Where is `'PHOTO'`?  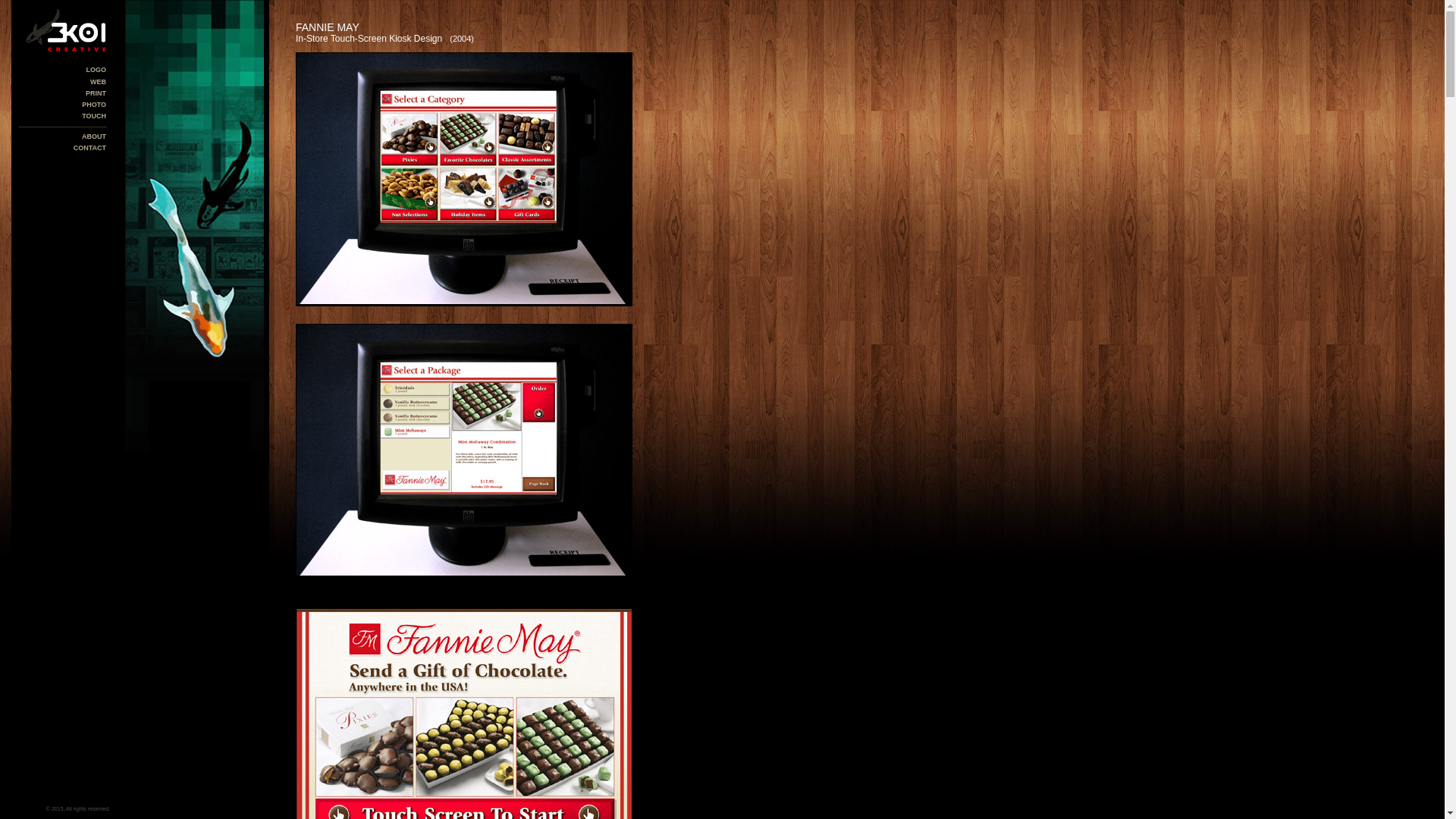 'PHOTO' is located at coordinates (93, 104).